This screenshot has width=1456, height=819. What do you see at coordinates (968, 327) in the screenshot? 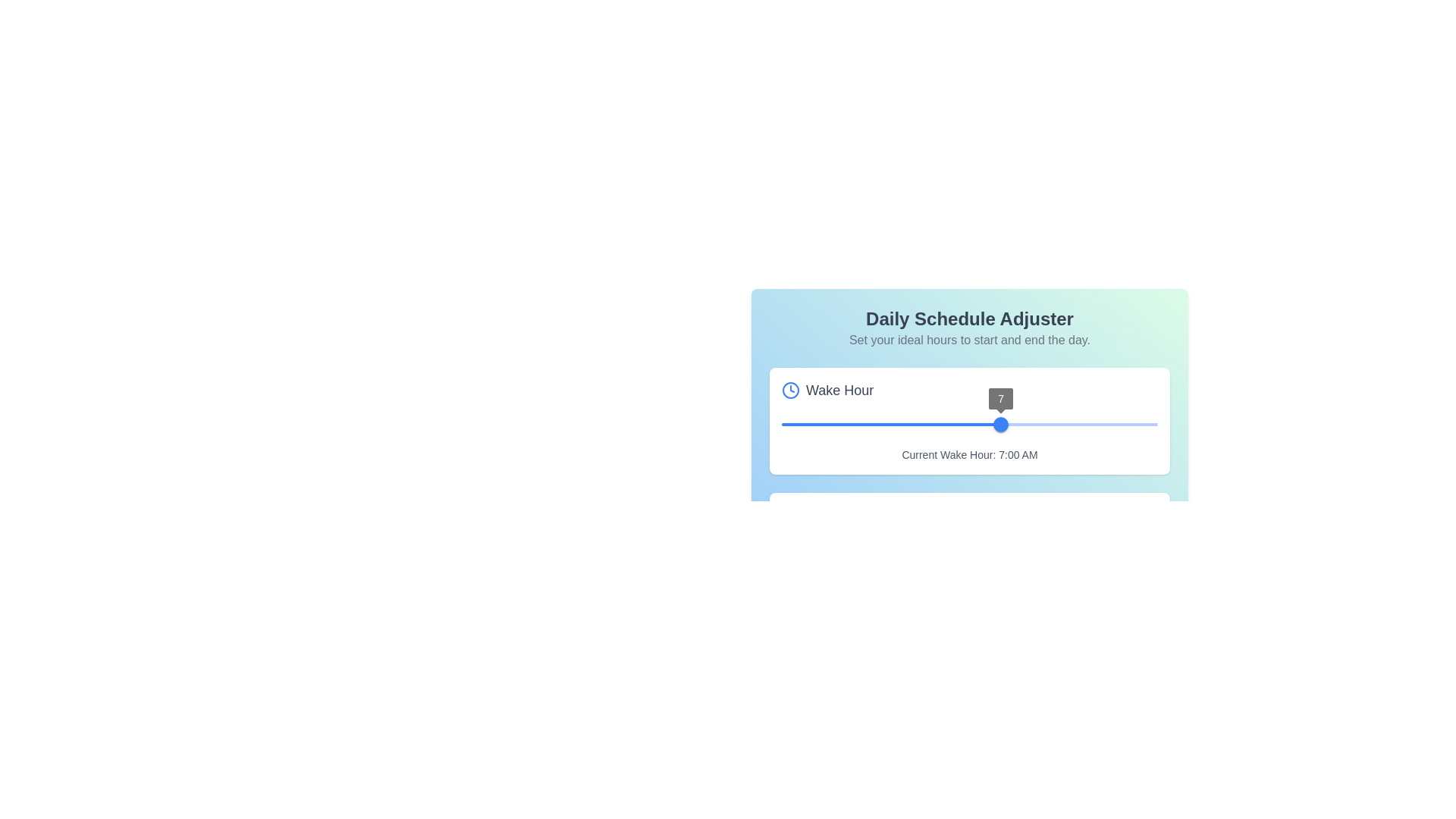
I see `the 'Daily Schedule Adjuster' text block, which includes the header and subtext, located at the center of the panel` at bounding box center [968, 327].